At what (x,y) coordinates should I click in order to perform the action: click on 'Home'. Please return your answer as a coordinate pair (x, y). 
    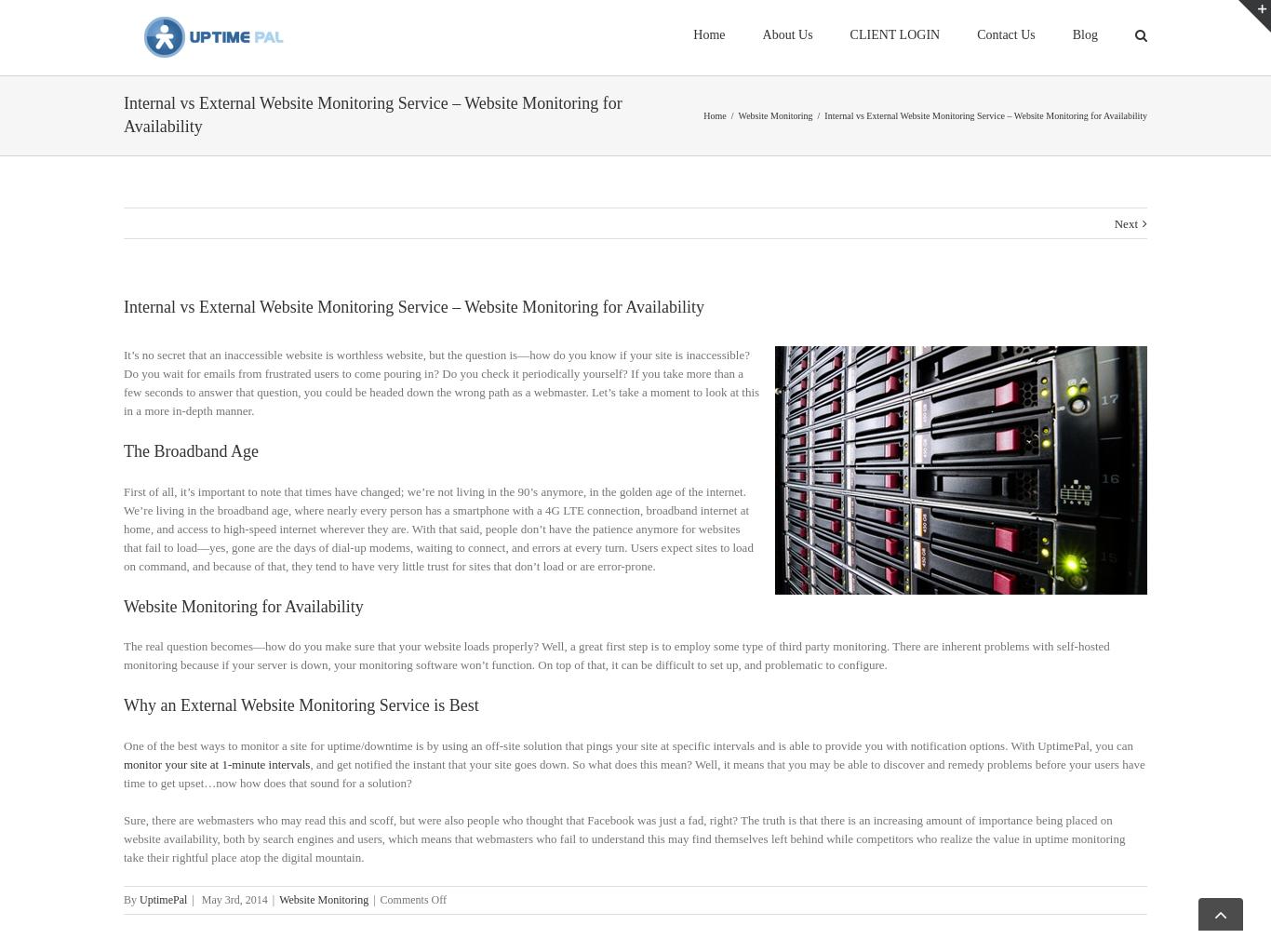
    Looking at the image, I should click on (702, 137).